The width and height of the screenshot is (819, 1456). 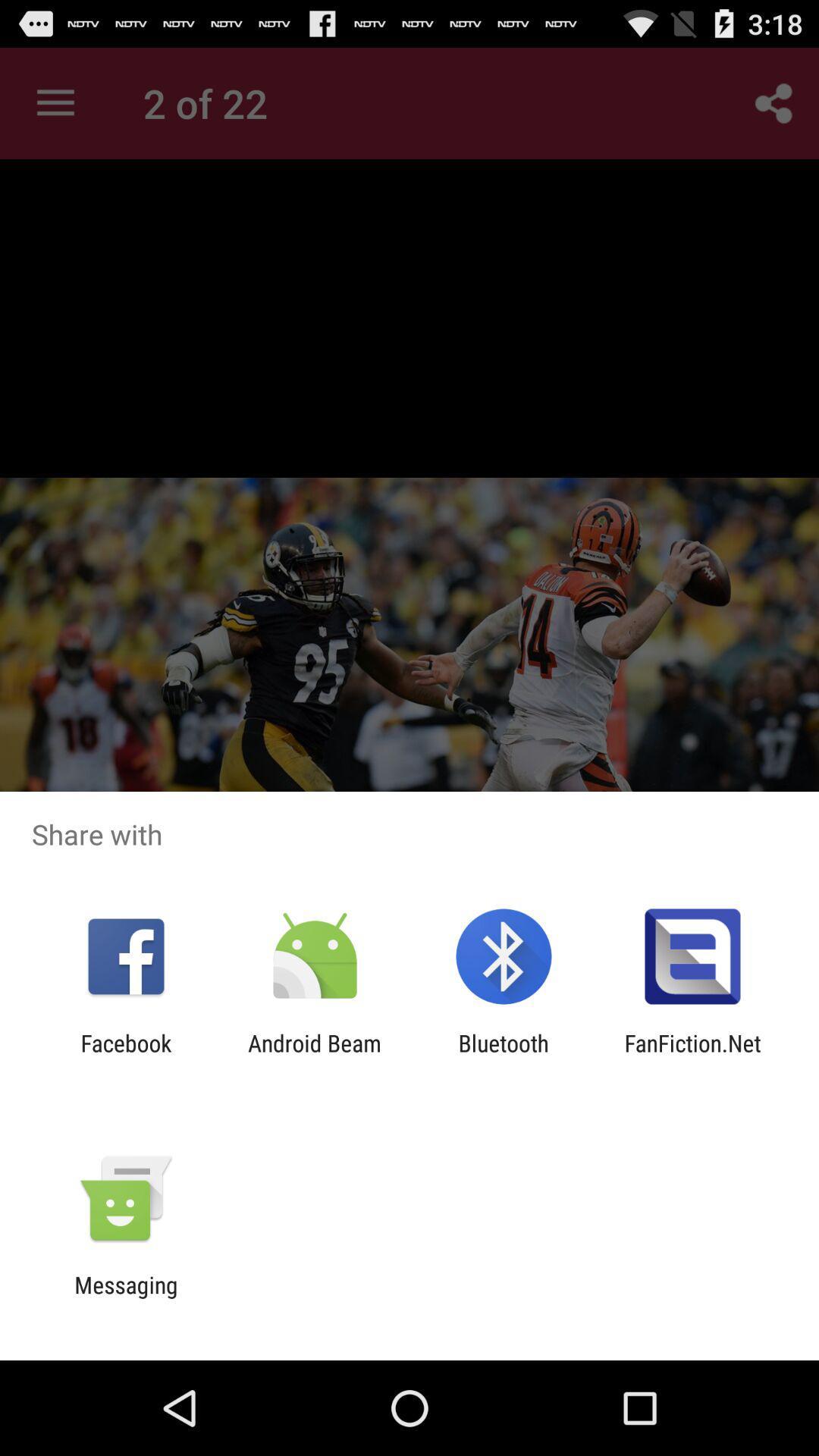 What do you see at coordinates (504, 1056) in the screenshot?
I see `the bluetooth` at bounding box center [504, 1056].